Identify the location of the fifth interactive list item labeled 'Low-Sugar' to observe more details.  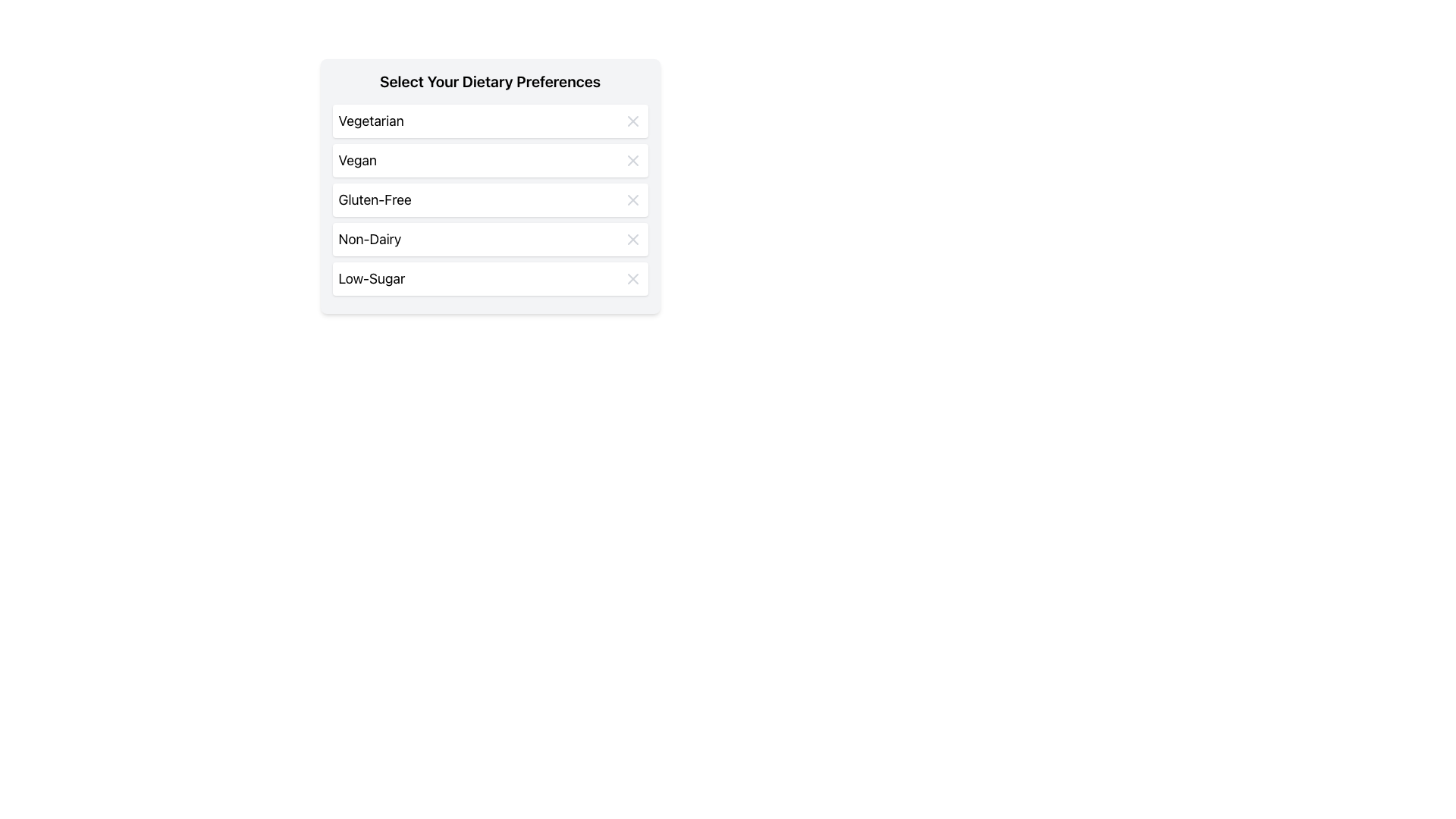
(490, 278).